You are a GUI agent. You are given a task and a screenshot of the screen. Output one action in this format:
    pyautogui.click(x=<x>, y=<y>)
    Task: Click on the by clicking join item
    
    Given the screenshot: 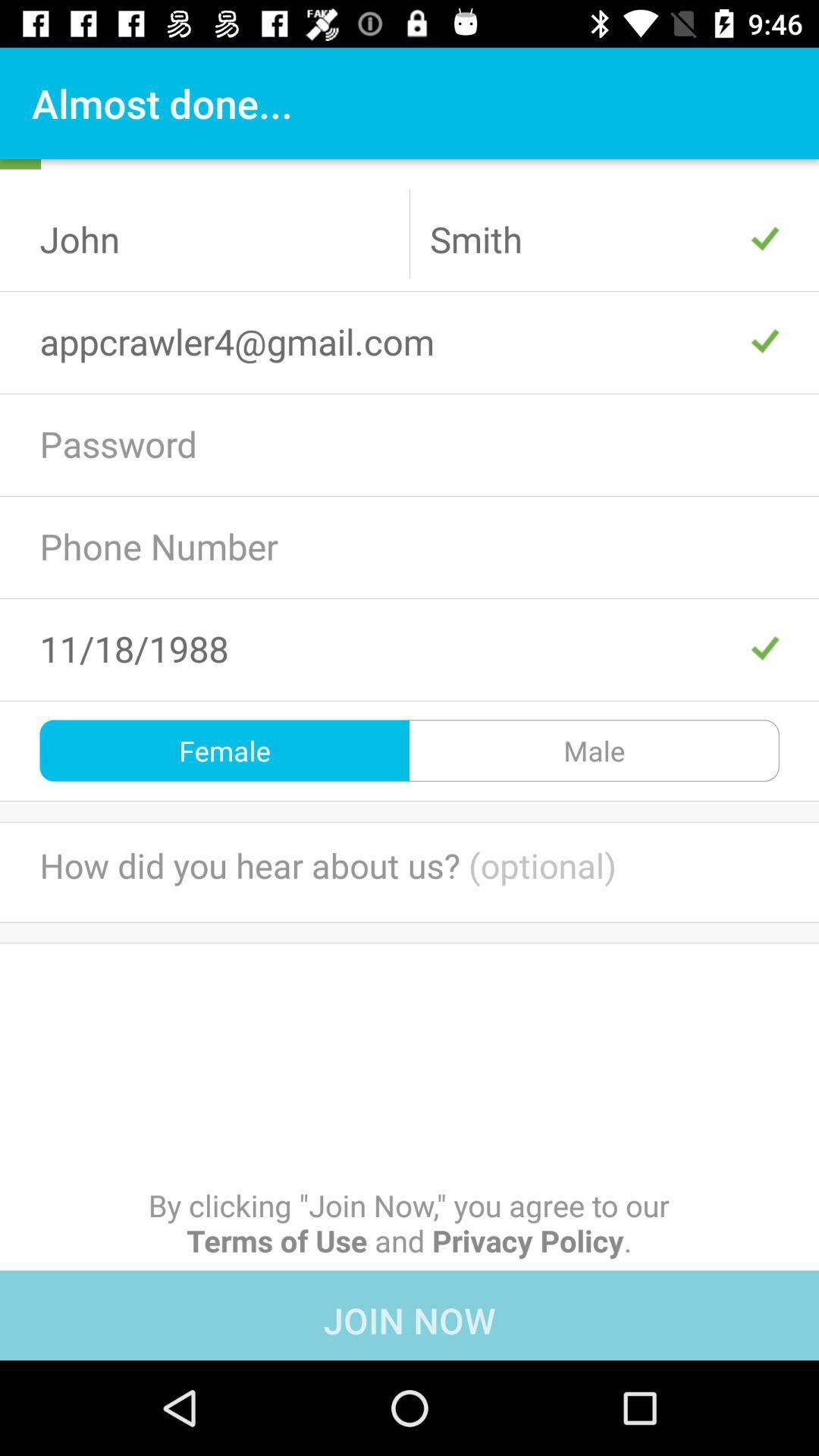 What is the action you would take?
    pyautogui.click(x=408, y=1222)
    